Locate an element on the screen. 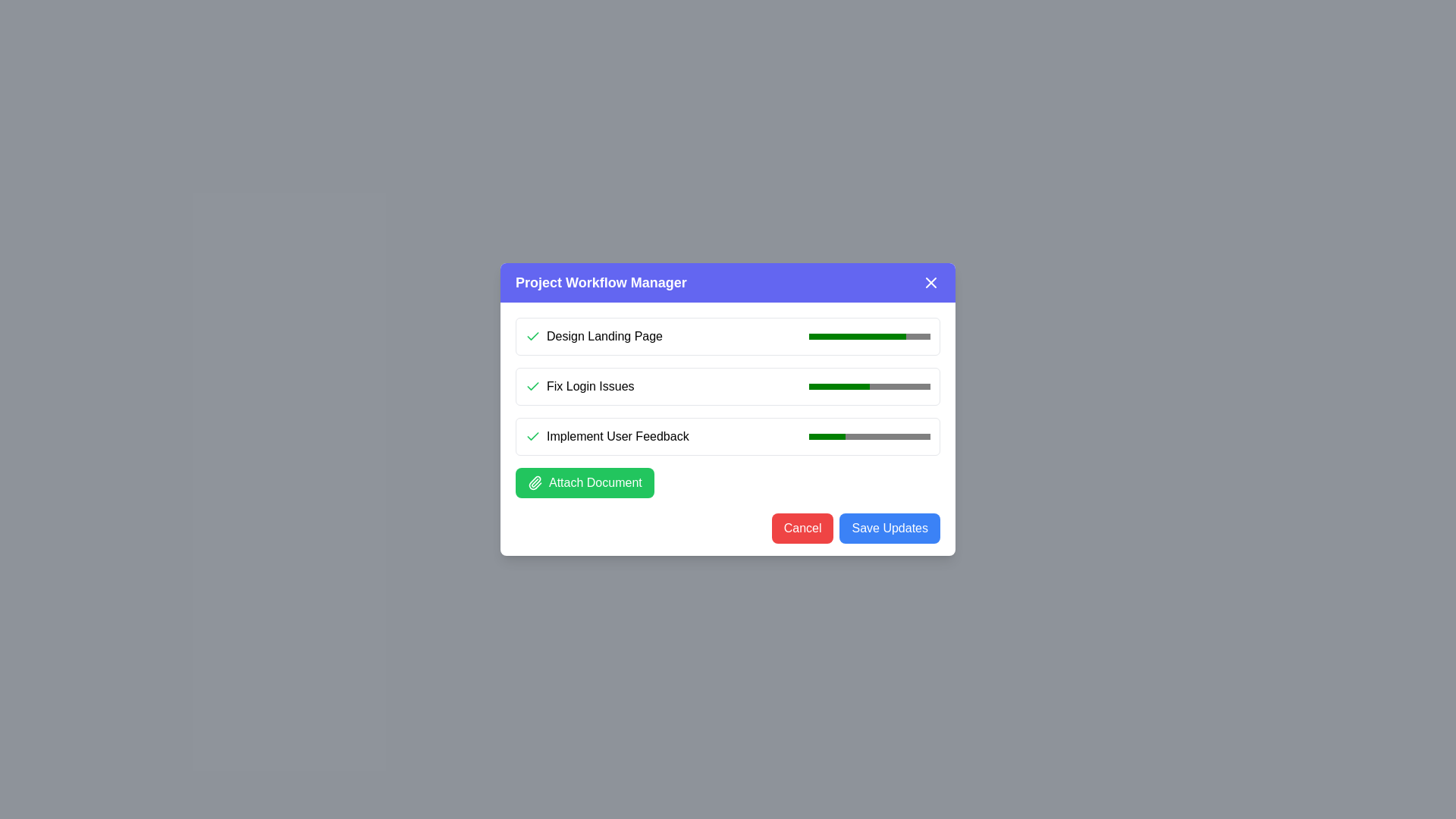  the checkmark icon indicating the status of the 'Fix Login Issues' task, which is located to the left of the text label in a vertical list is located at coordinates (532, 385).